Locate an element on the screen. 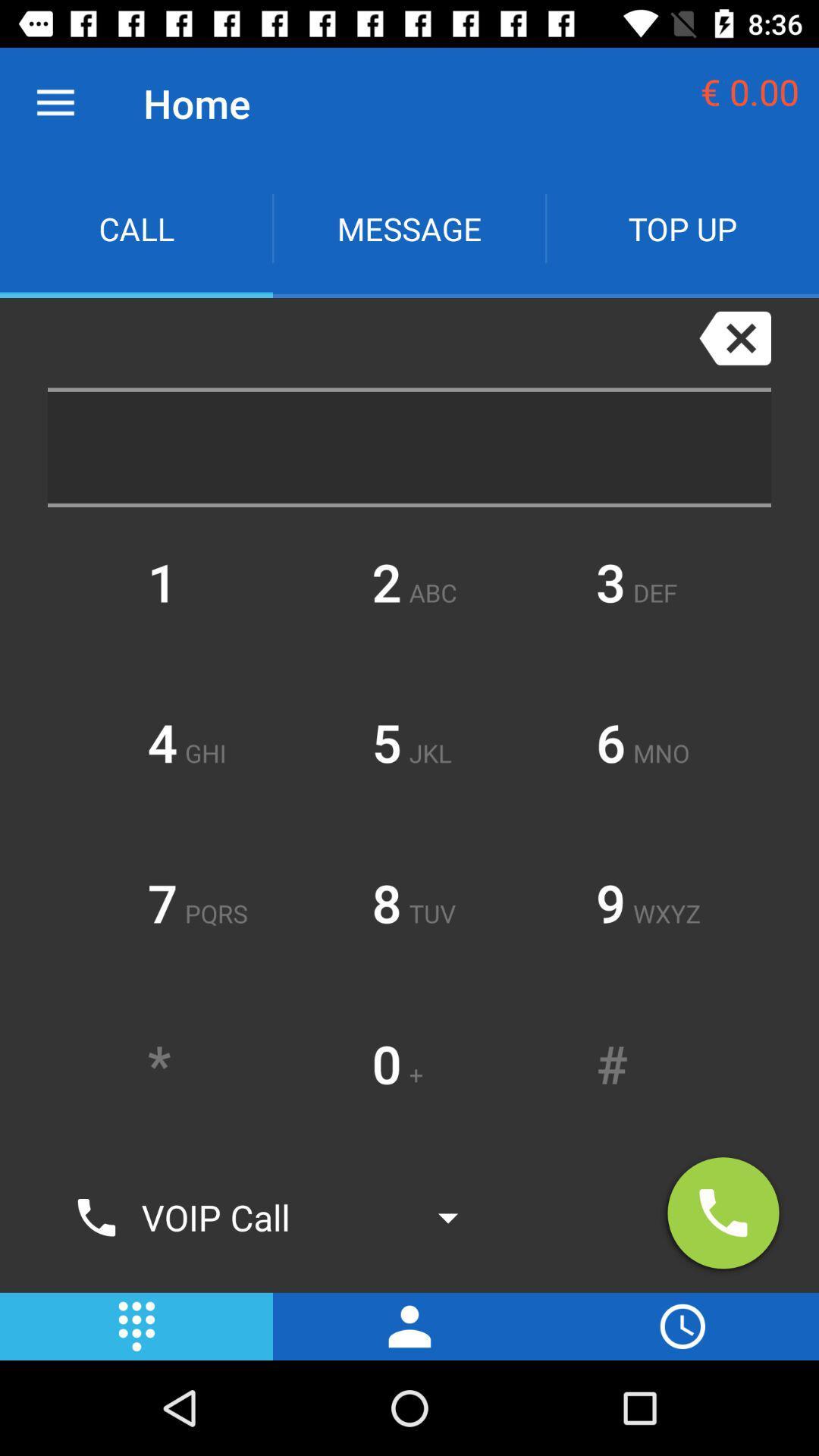 The height and width of the screenshot is (1456, 819). the top up is located at coordinates (681, 227).